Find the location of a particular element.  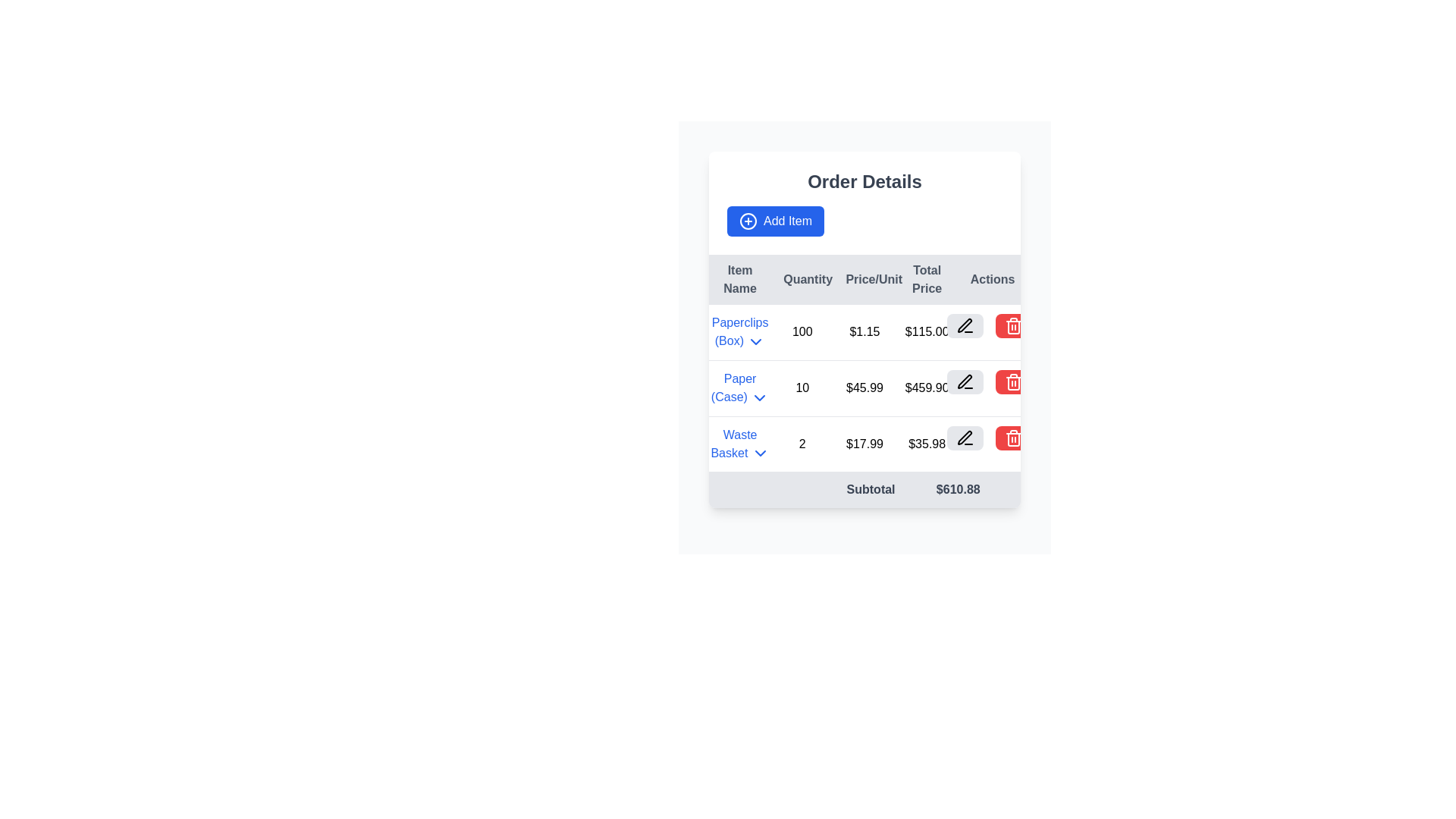

the second row of the table that presents detailed information for the item 'Paper (Case)' is located at coordinates (864, 388).